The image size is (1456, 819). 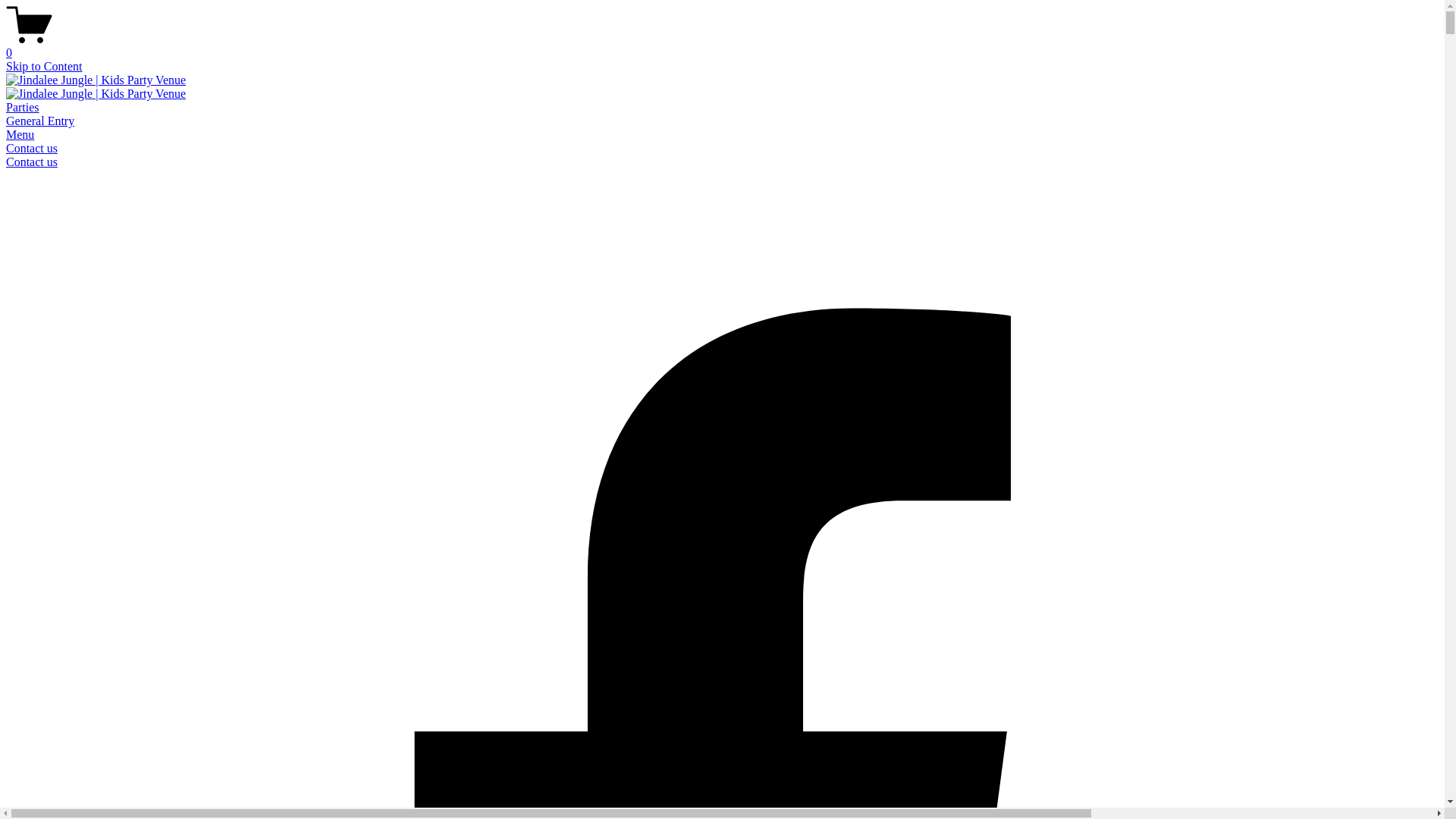 What do you see at coordinates (39, 120) in the screenshot?
I see `'General Entry'` at bounding box center [39, 120].